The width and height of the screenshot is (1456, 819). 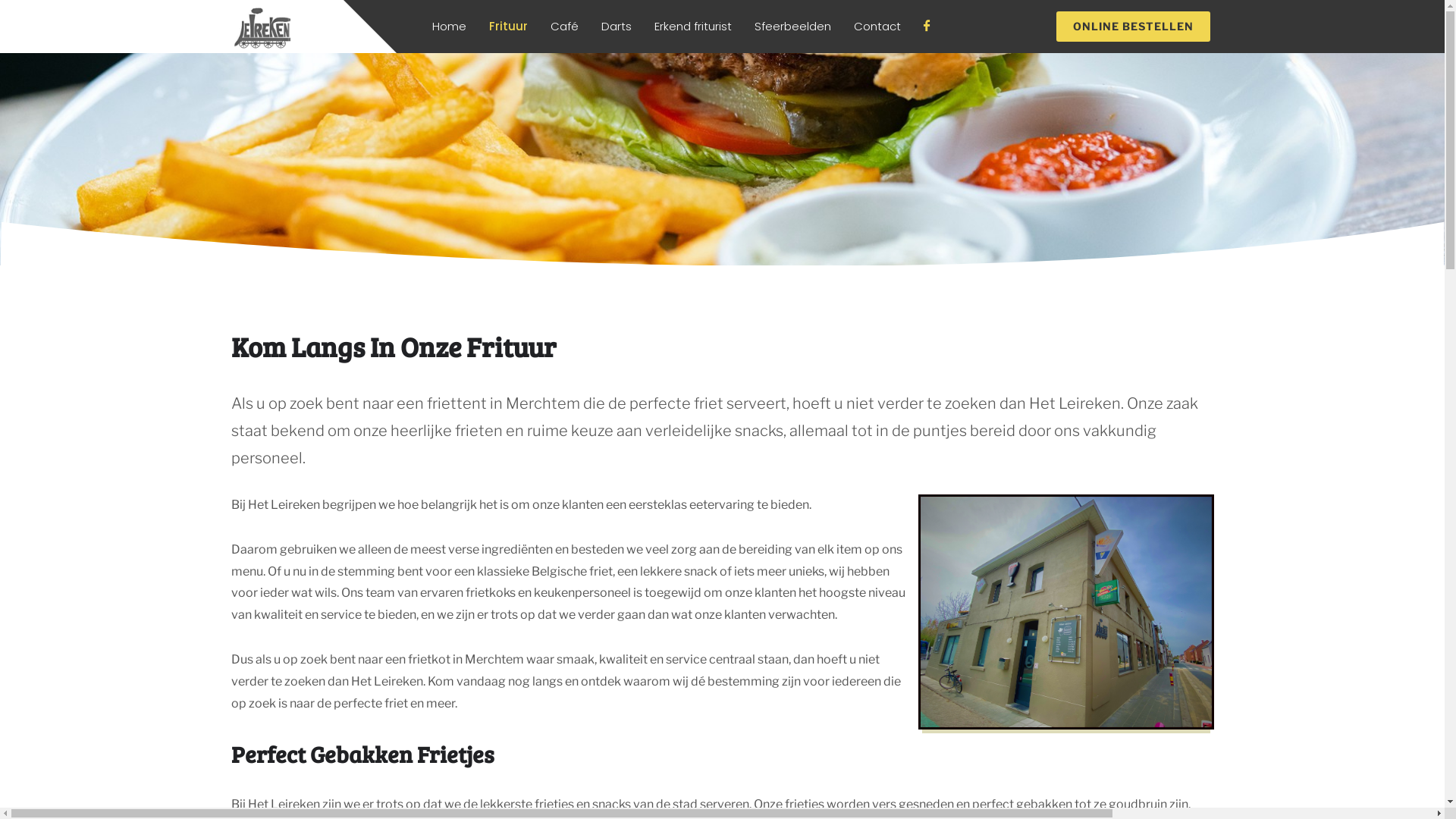 I want to click on 'Erkend friturist', so click(x=692, y=26).